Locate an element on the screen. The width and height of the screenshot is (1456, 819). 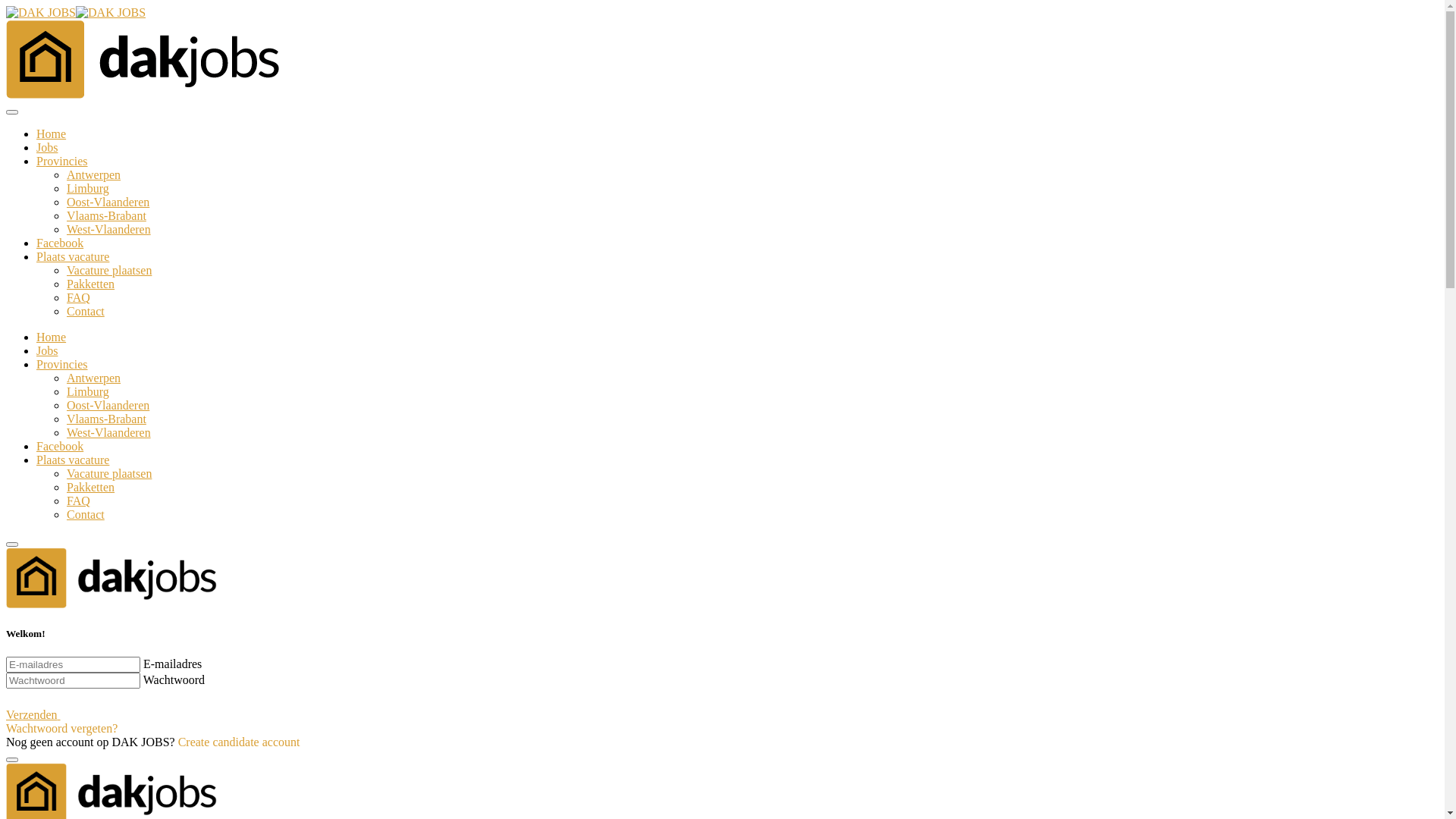
'Plaats vacature' is located at coordinates (72, 459).